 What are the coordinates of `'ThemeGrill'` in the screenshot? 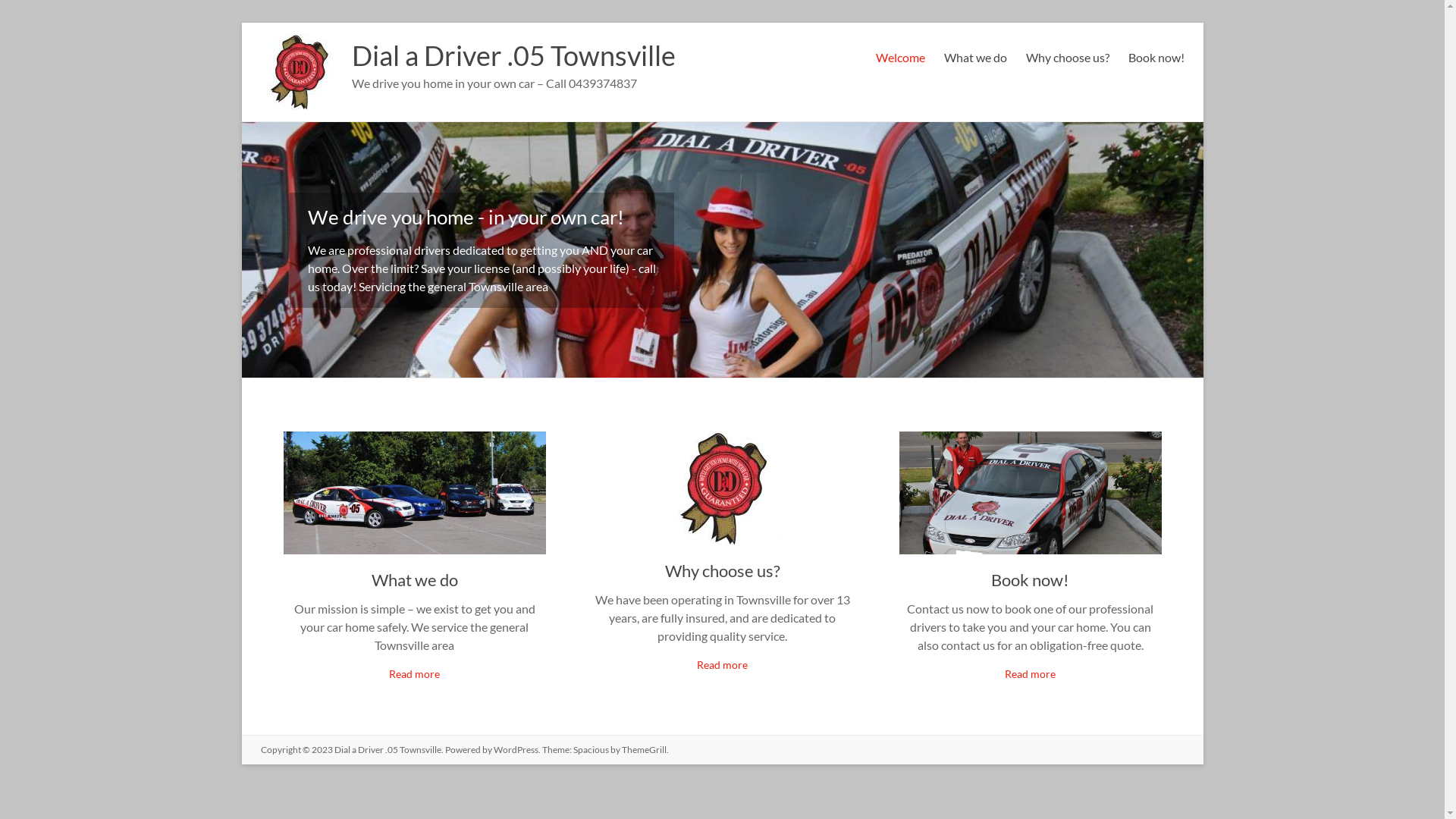 It's located at (644, 748).